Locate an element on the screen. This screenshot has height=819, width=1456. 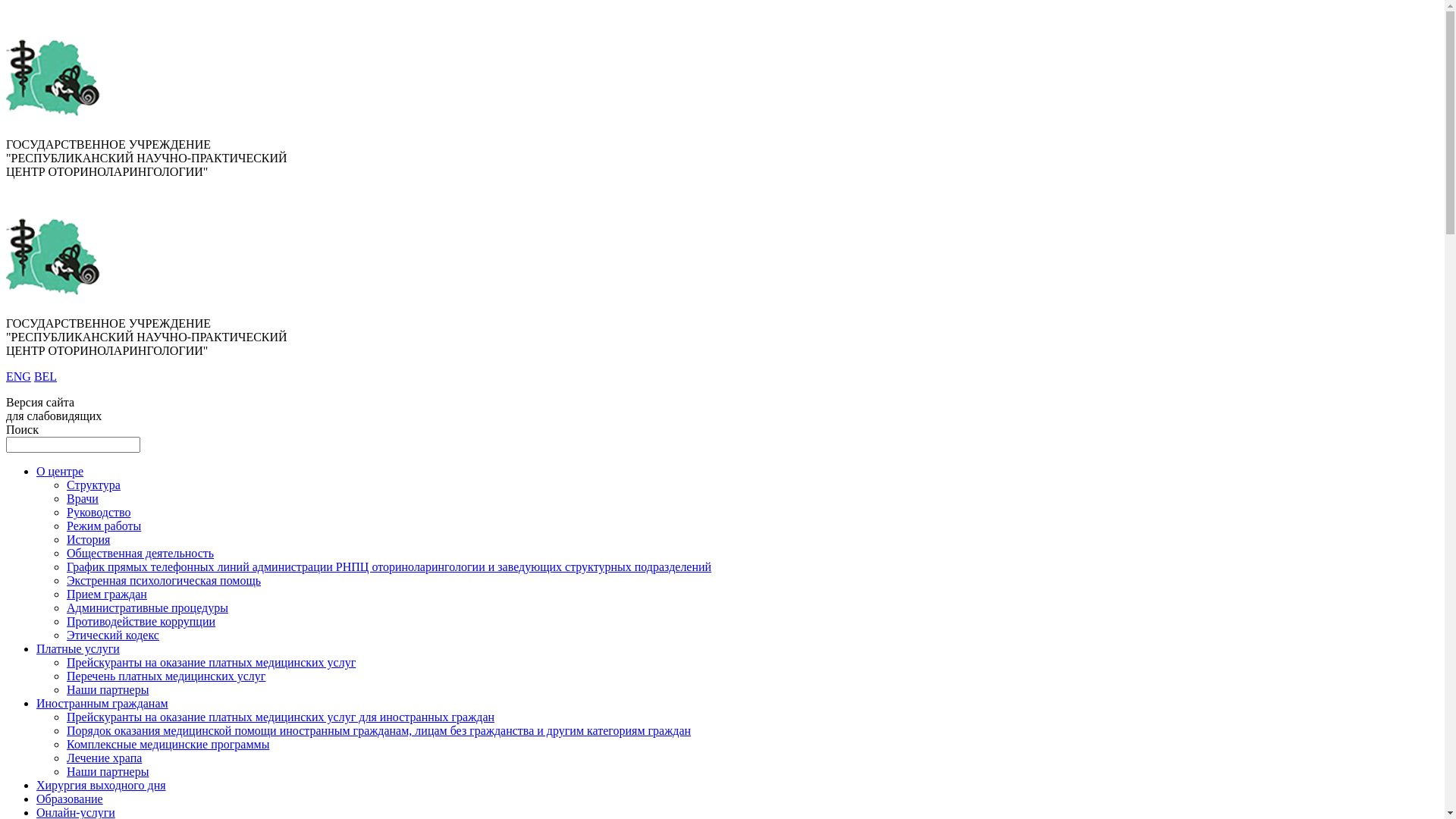
'ENG' is located at coordinates (18, 375).